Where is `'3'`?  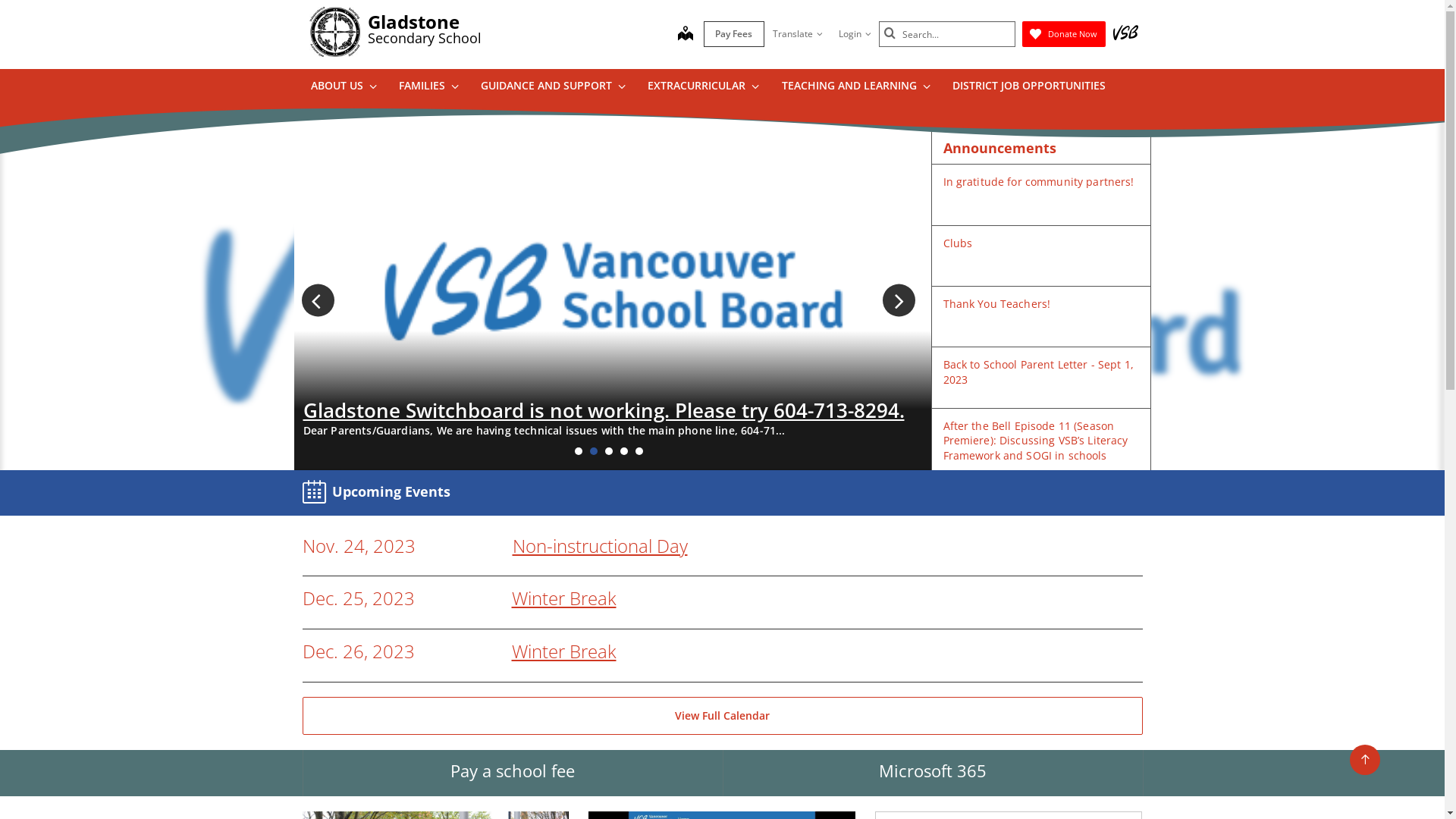
'3' is located at coordinates (608, 450).